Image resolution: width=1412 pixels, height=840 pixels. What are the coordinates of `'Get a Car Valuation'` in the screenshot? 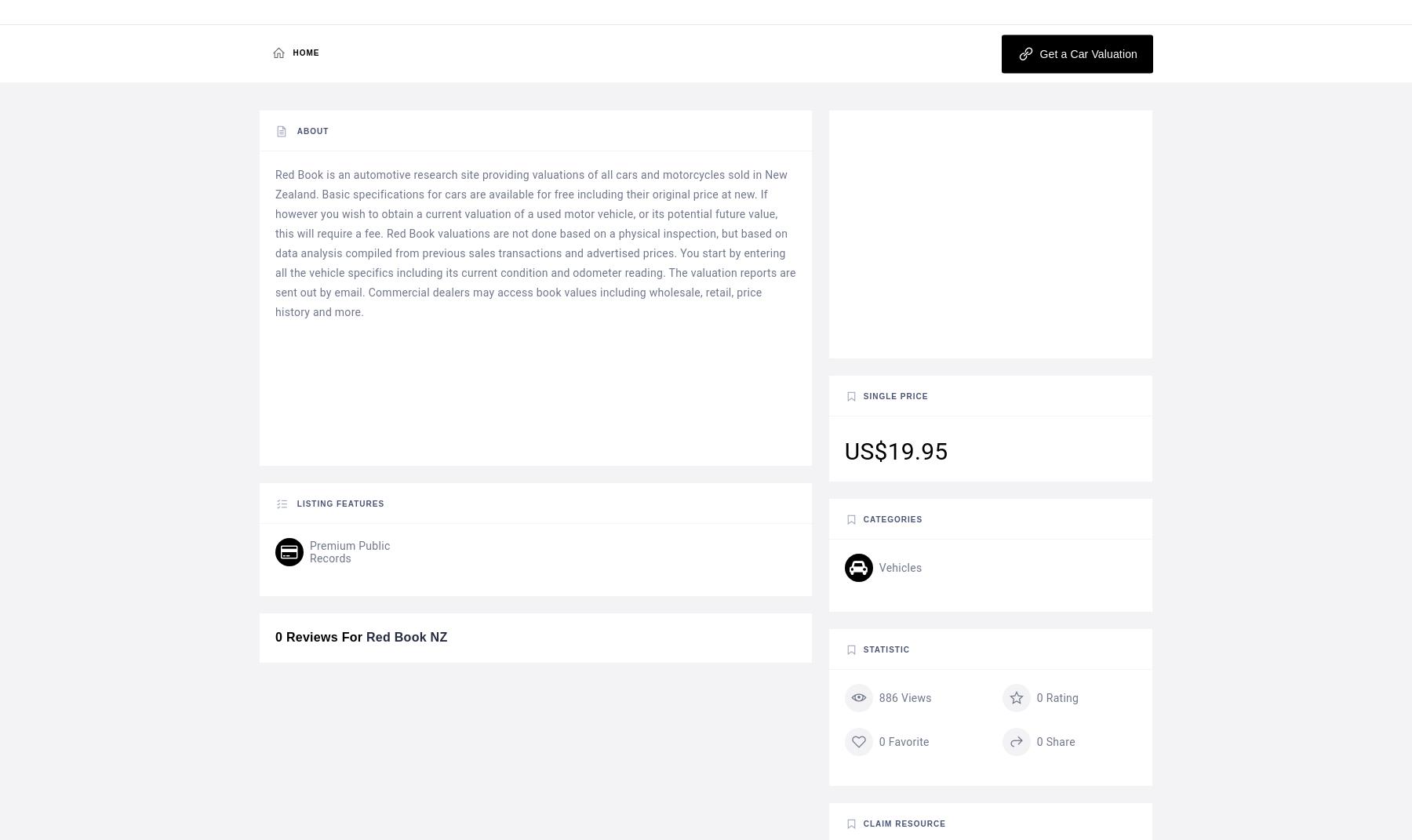 It's located at (1086, 53).